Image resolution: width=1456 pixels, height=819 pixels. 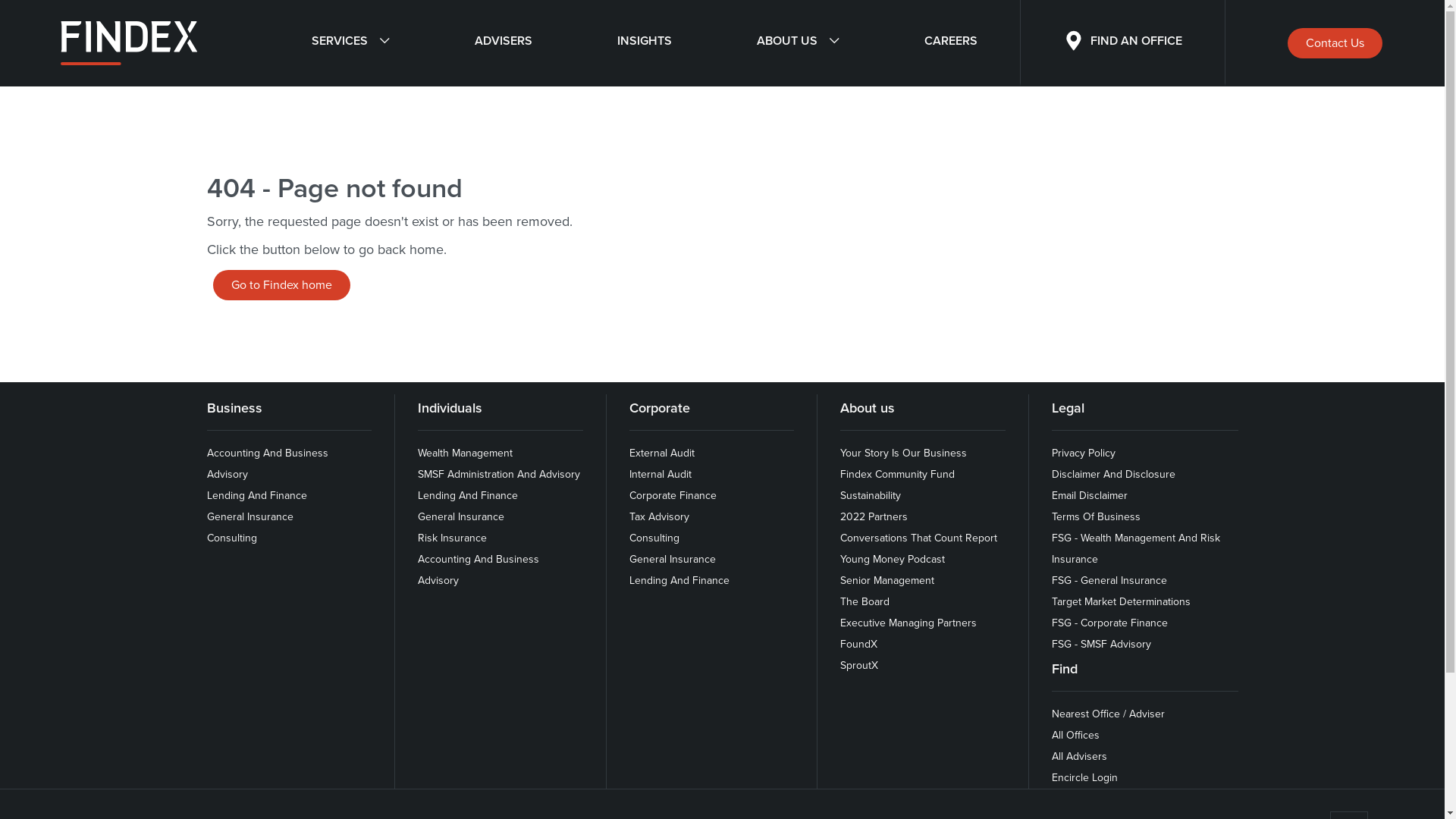 I want to click on 'ADVISERS', so click(x=503, y=42).